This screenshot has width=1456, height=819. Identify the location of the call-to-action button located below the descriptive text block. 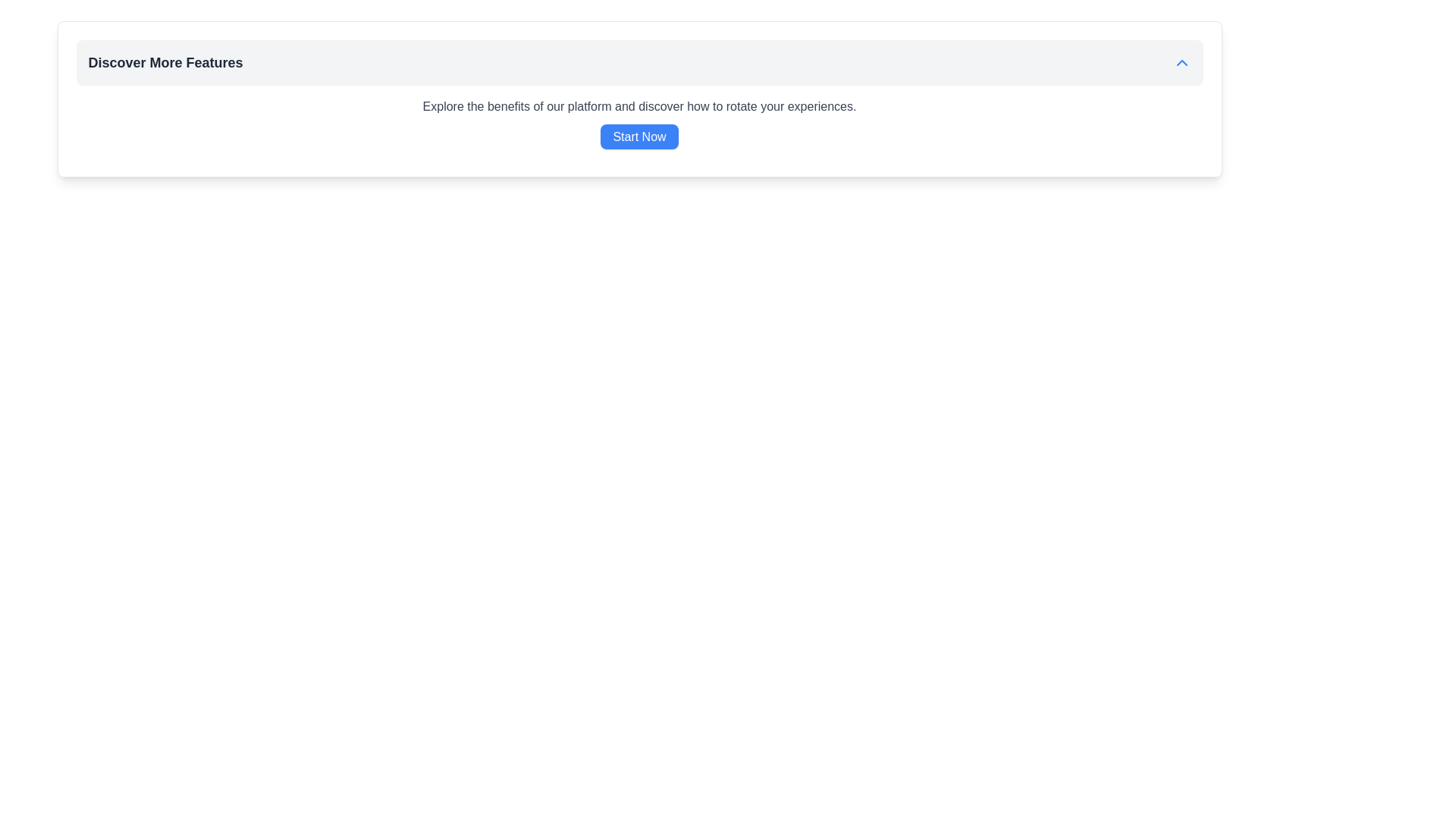
(639, 136).